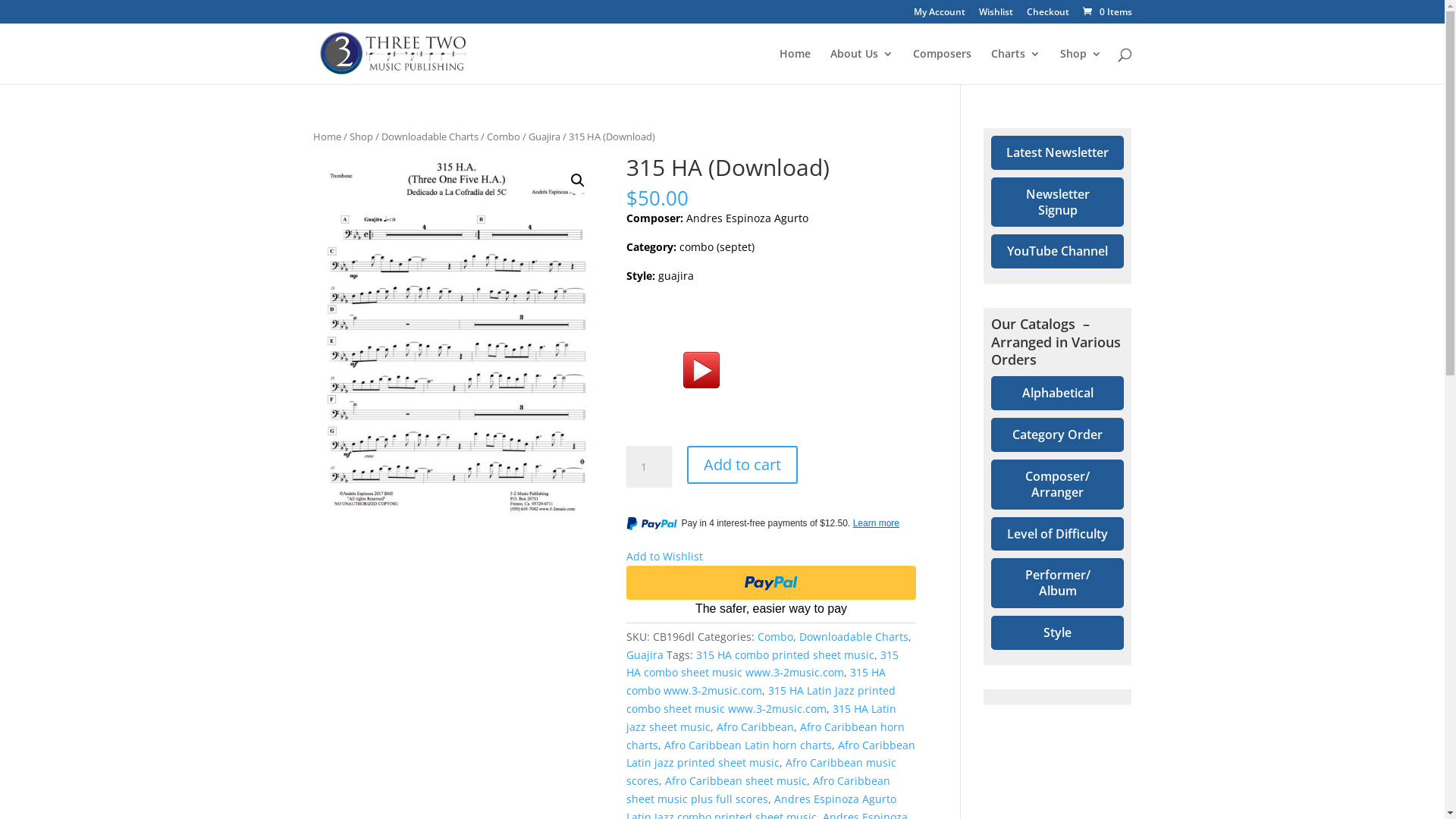 This screenshot has height=819, width=1456. What do you see at coordinates (503, 136) in the screenshot?
I see `'Combo'` at bounding box center [503, 136].